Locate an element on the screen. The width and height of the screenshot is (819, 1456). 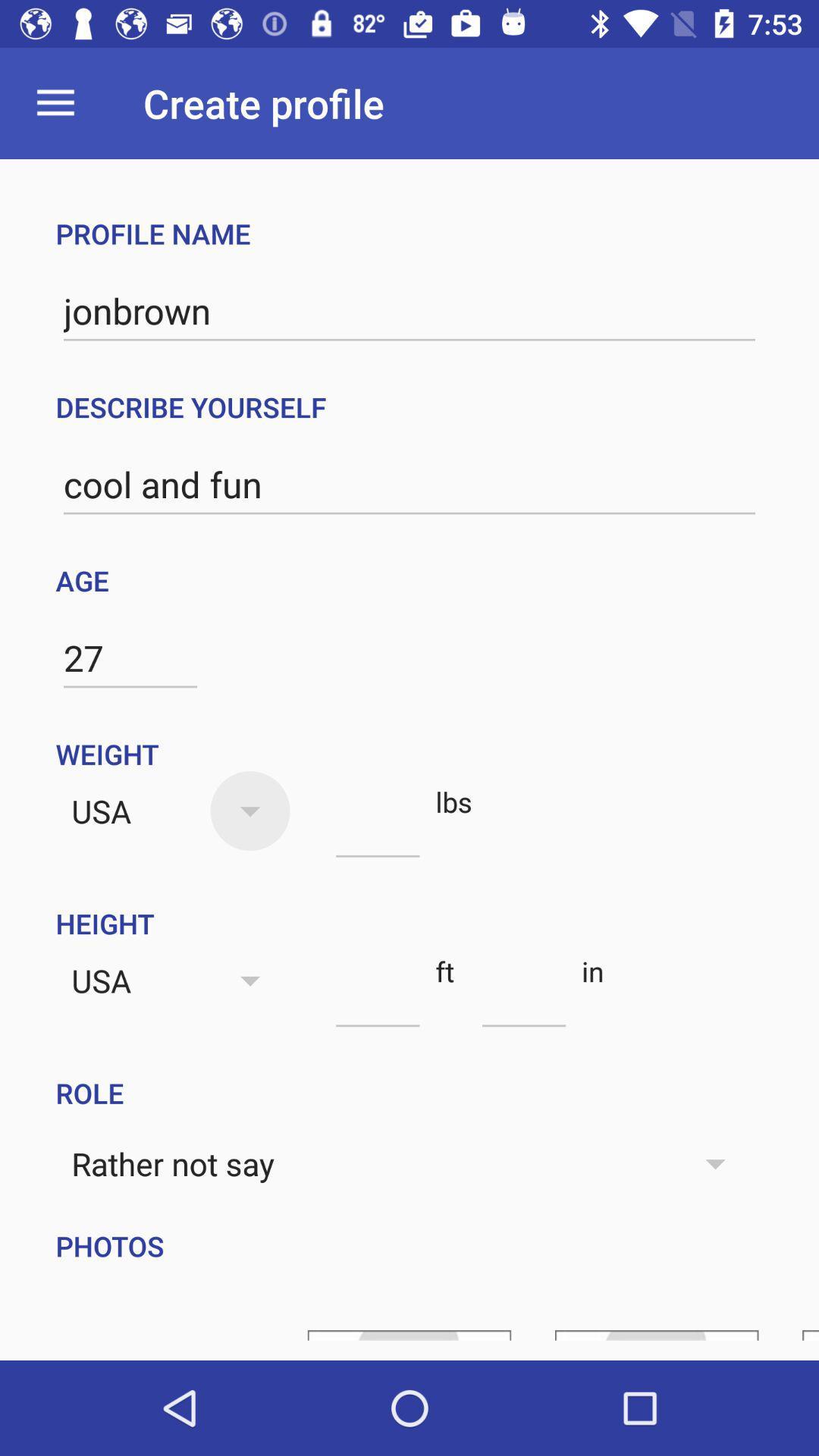
how many feet tall you are is located at coordinates (377, 999).